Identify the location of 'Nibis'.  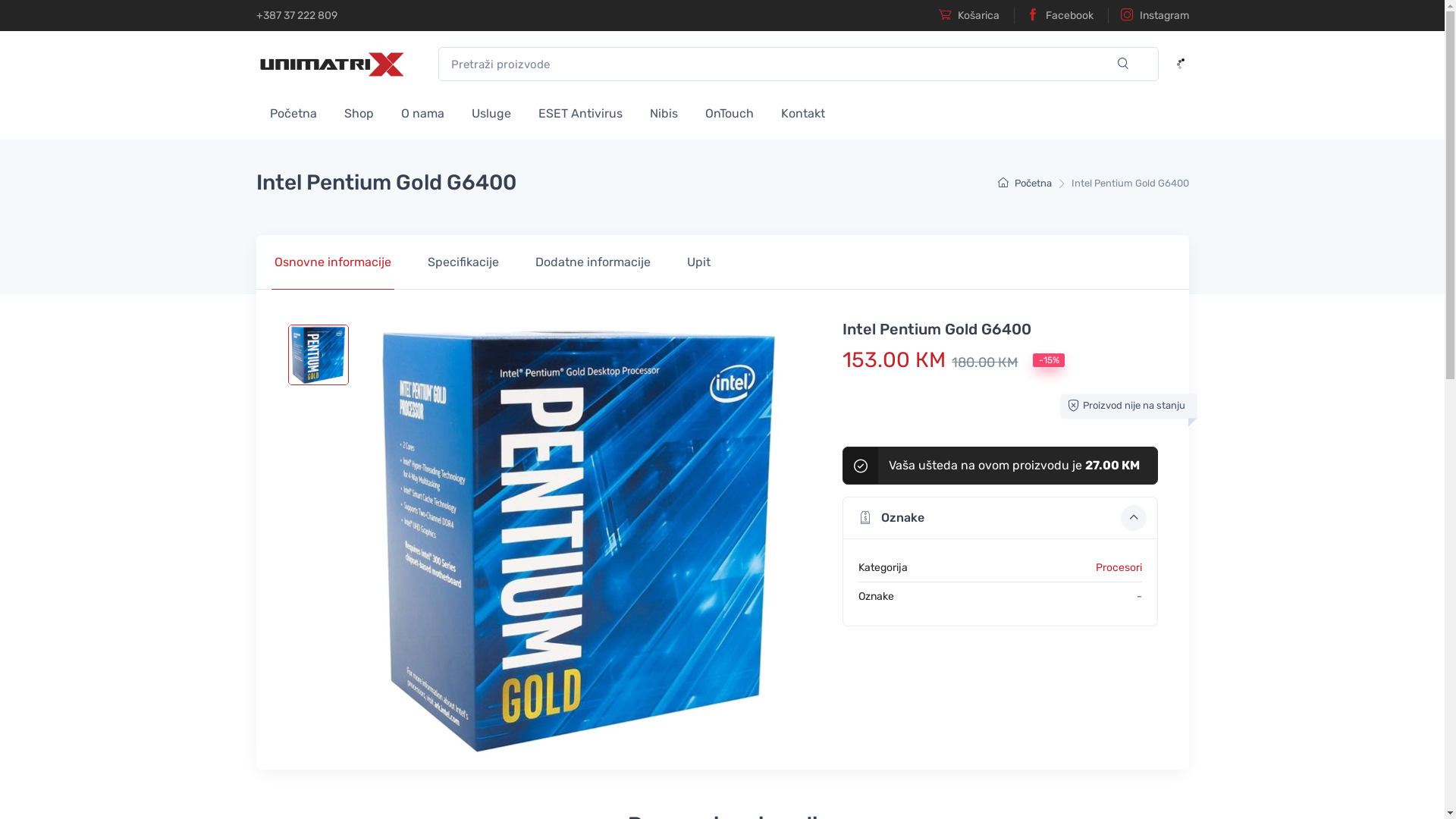
(663, 111).